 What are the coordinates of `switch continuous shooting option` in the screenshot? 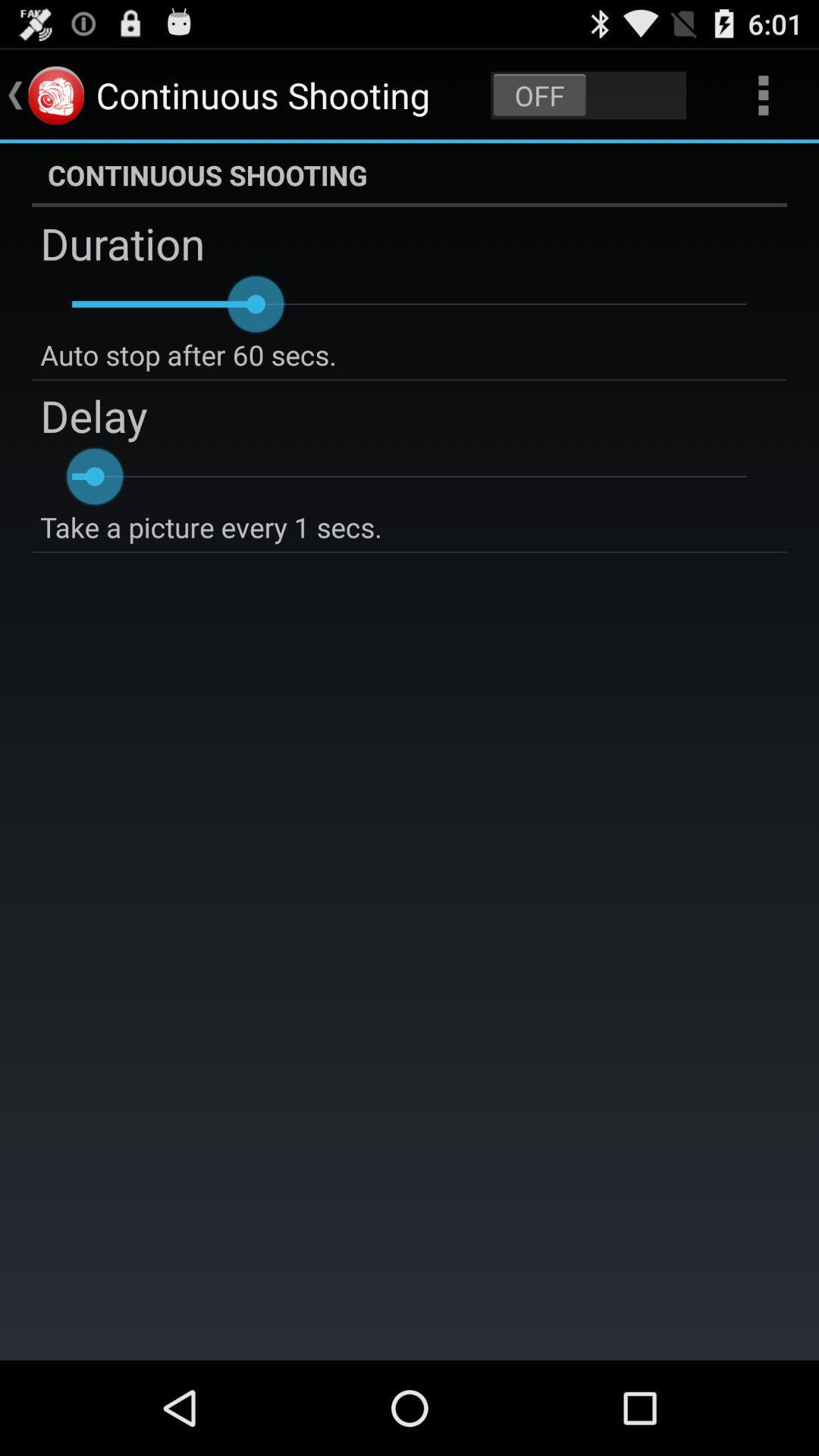 It's located at (588, 94).